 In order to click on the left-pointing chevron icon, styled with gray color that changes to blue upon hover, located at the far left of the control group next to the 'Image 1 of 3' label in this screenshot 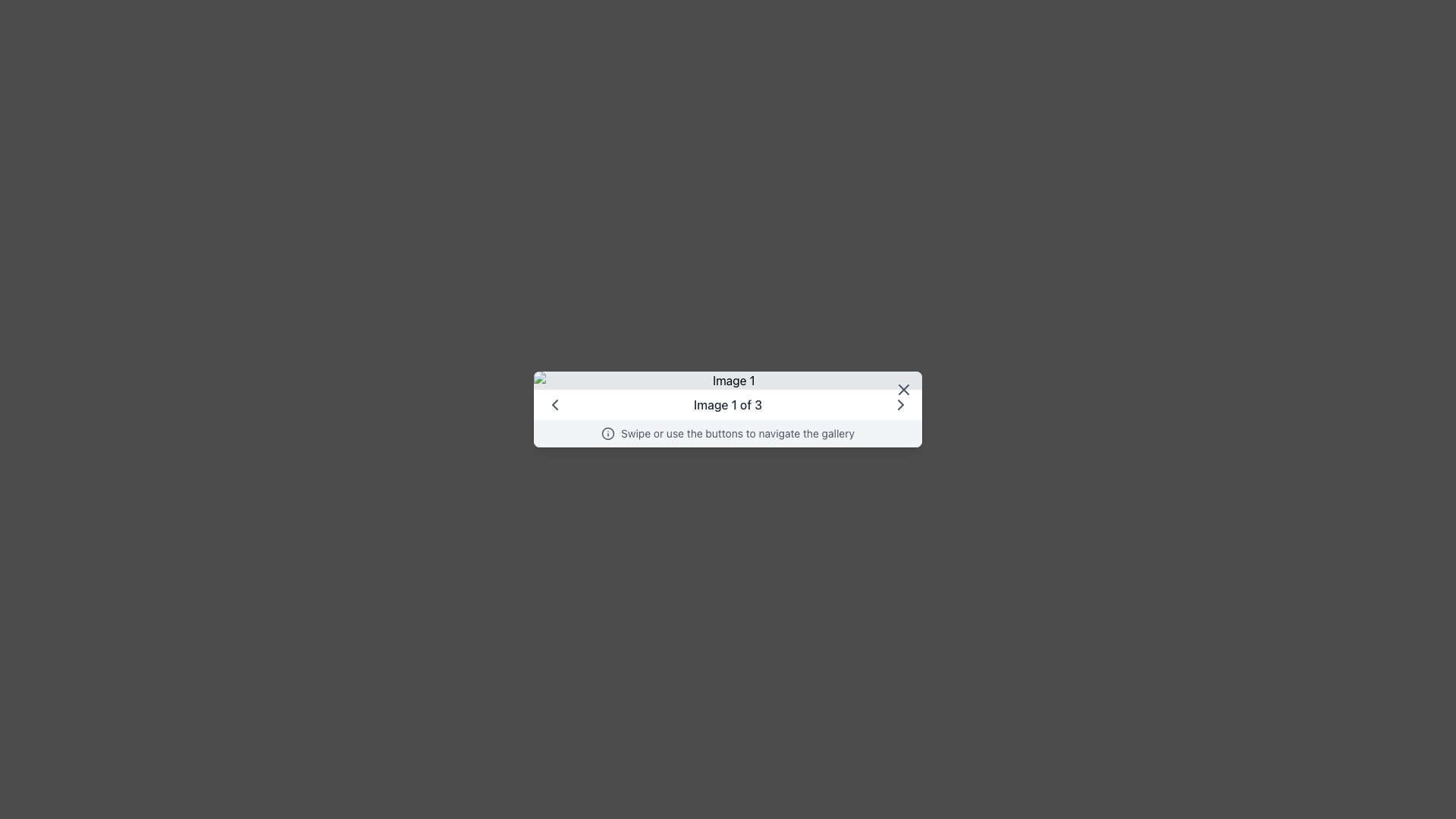, I will do `click(554, 403)`.